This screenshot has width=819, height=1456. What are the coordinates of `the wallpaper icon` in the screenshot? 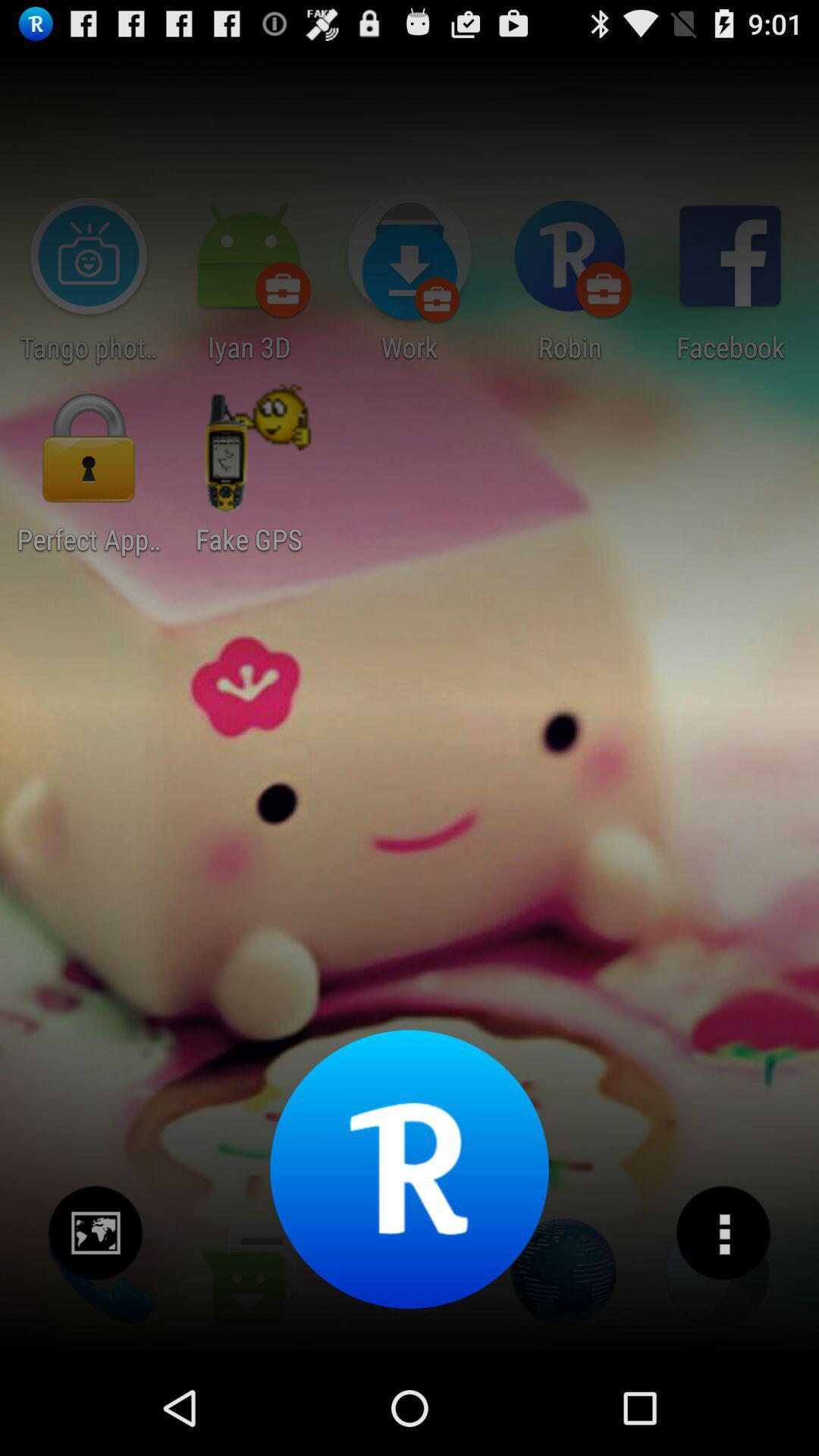 It's located at (96, 1319).